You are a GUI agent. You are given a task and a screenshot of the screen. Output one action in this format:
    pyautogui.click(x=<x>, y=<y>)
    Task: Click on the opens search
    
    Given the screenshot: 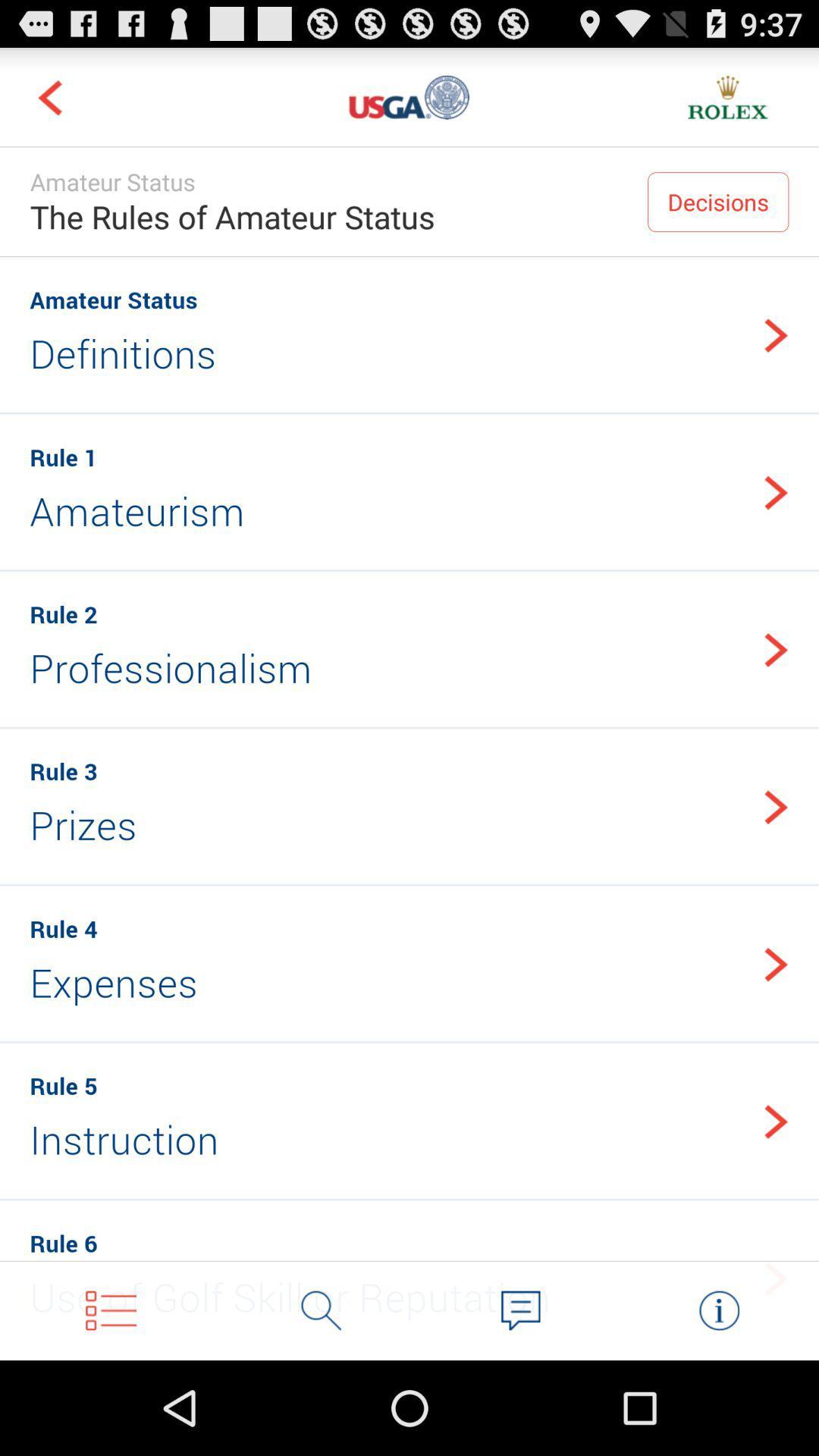 What is the action you would take?
    pyautogui.click(x=321, y=1310)
    